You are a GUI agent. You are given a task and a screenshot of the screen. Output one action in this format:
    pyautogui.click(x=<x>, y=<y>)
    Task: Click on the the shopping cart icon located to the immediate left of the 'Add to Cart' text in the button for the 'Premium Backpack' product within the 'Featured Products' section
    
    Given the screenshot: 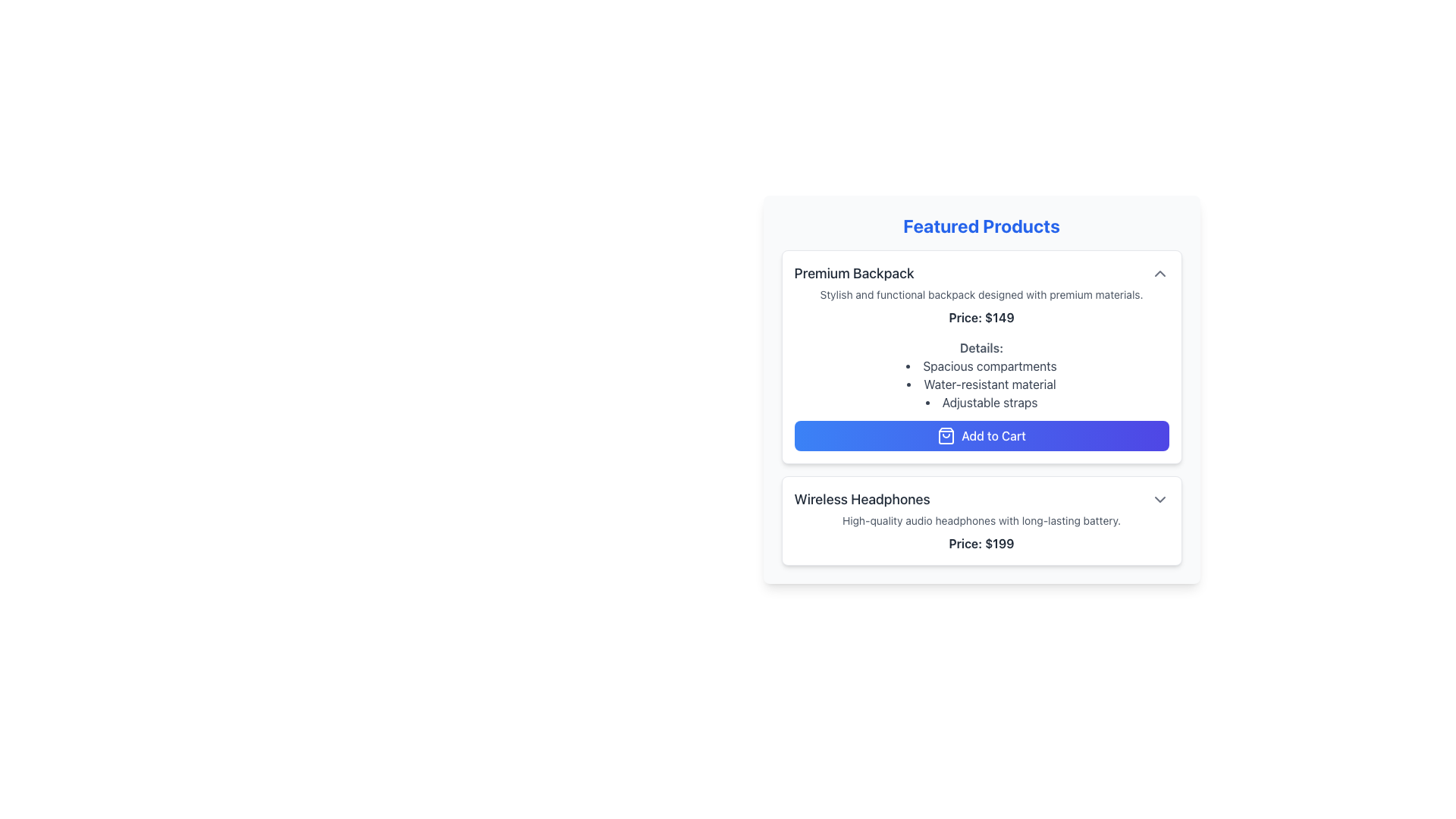 What is the action you would take?
    pyautogui.click(x=946, y=435)
    